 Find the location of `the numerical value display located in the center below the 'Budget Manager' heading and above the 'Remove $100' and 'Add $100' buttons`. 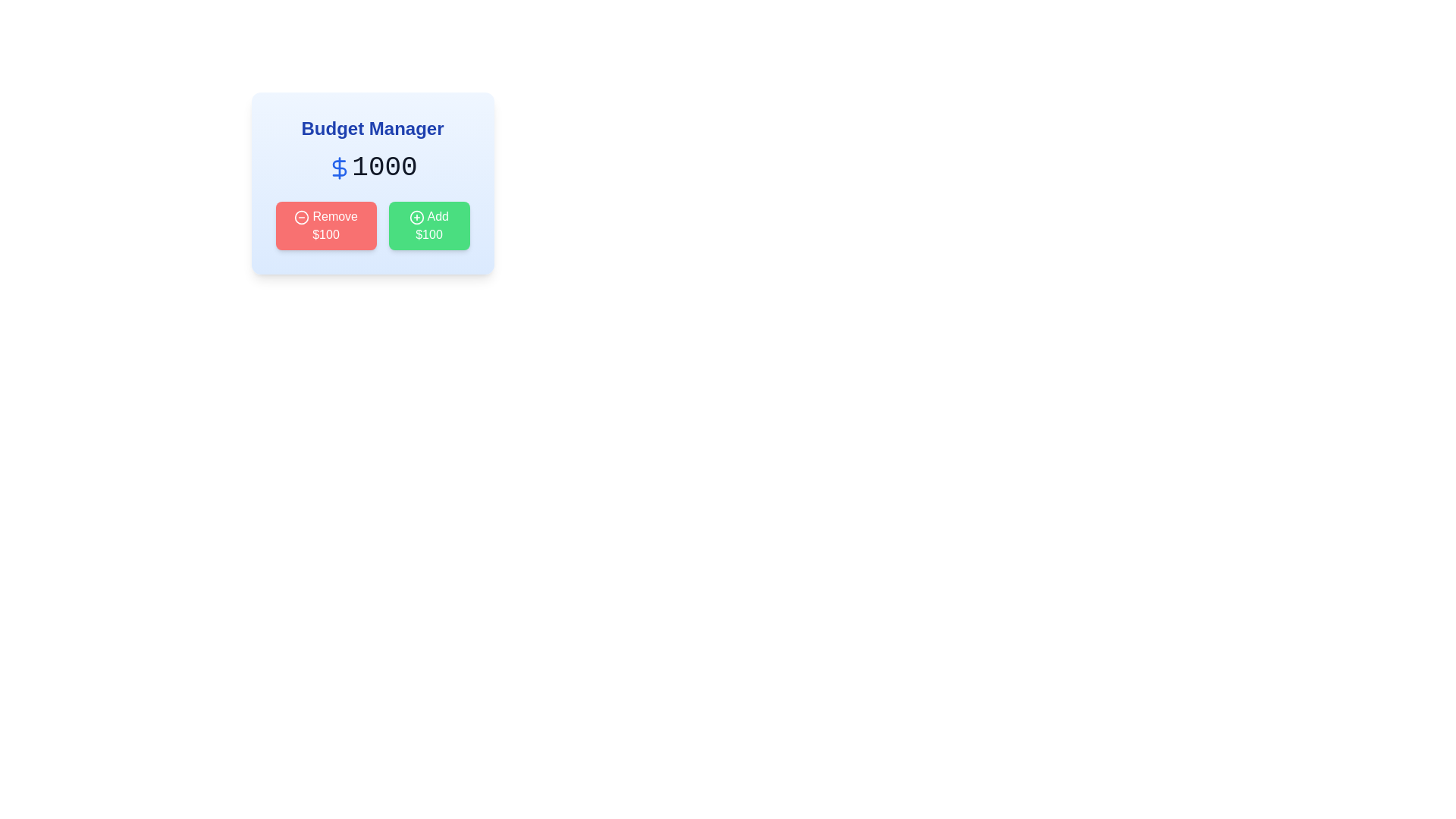

the numerical value display located in the center below the 'Budget Manager' heading and above the 'Remove $100' and 'Add $100' buttons is located at coordinates (372, 168).